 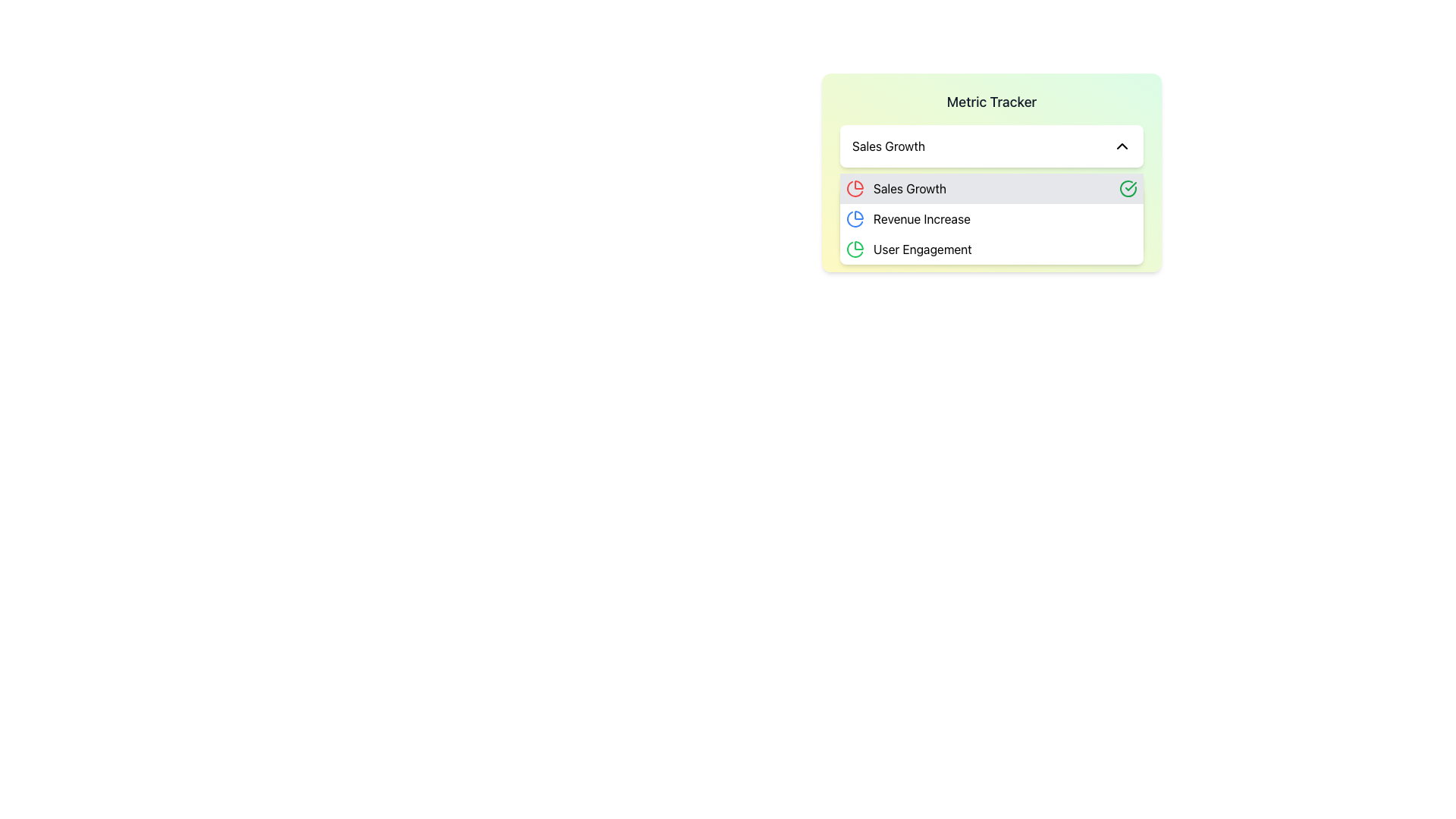 What do you see at coordinates (1128, 187) in the screenshot?
I see `the 'Sales Growth' metric selection icon located on the right side of the 'Sales Growth' option in the drop-down menu` at bounding box center [1128, 187].